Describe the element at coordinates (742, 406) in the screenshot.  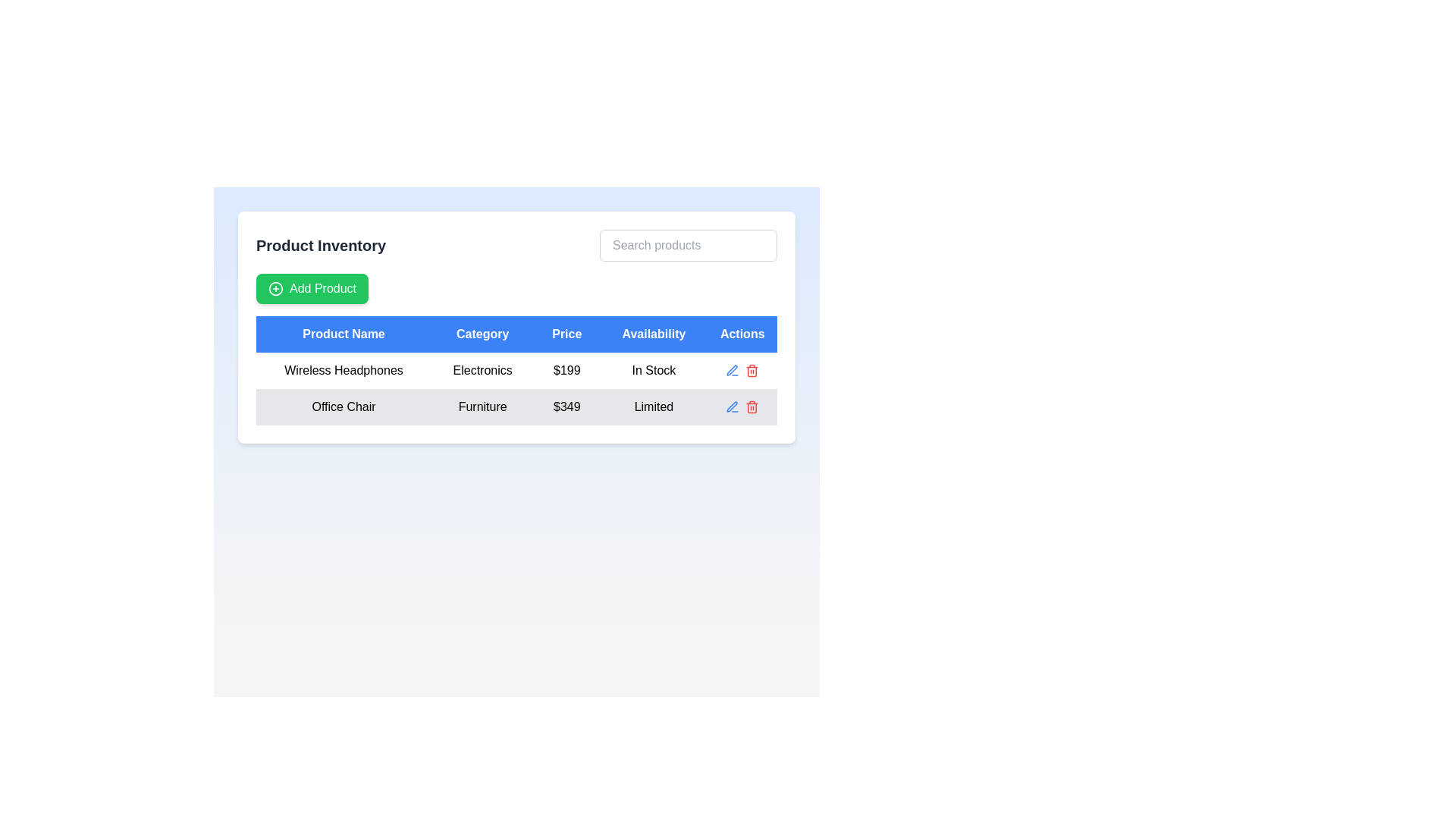
I see `the delete icon in the Interactive button group located in the 'Actions' column of the second row of the table, which corresponds to the 'Office Chair' product` at that location.